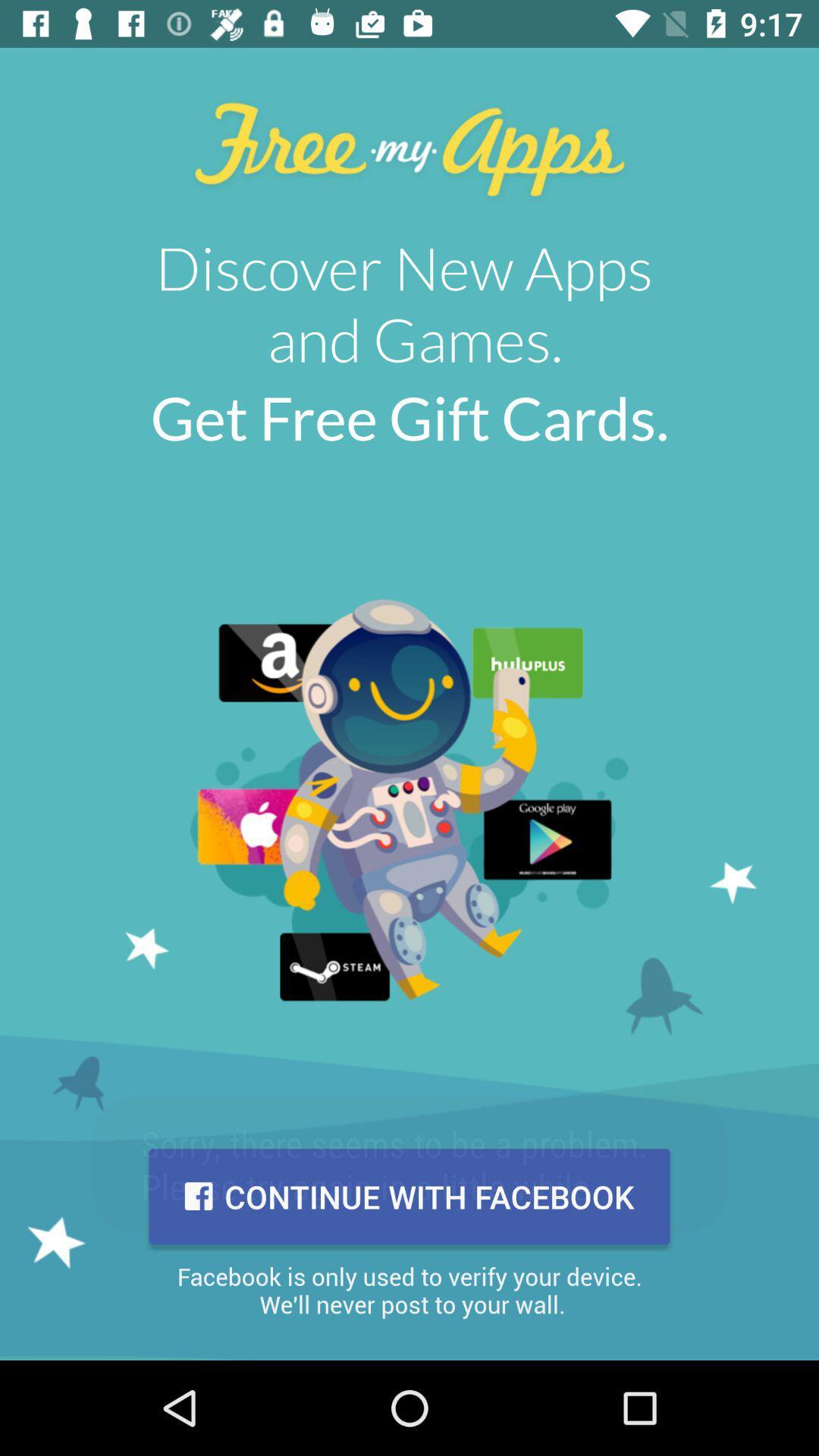 The image size is (819, 1456). I want to click on continue with facebook icon, so click(409, 1196).